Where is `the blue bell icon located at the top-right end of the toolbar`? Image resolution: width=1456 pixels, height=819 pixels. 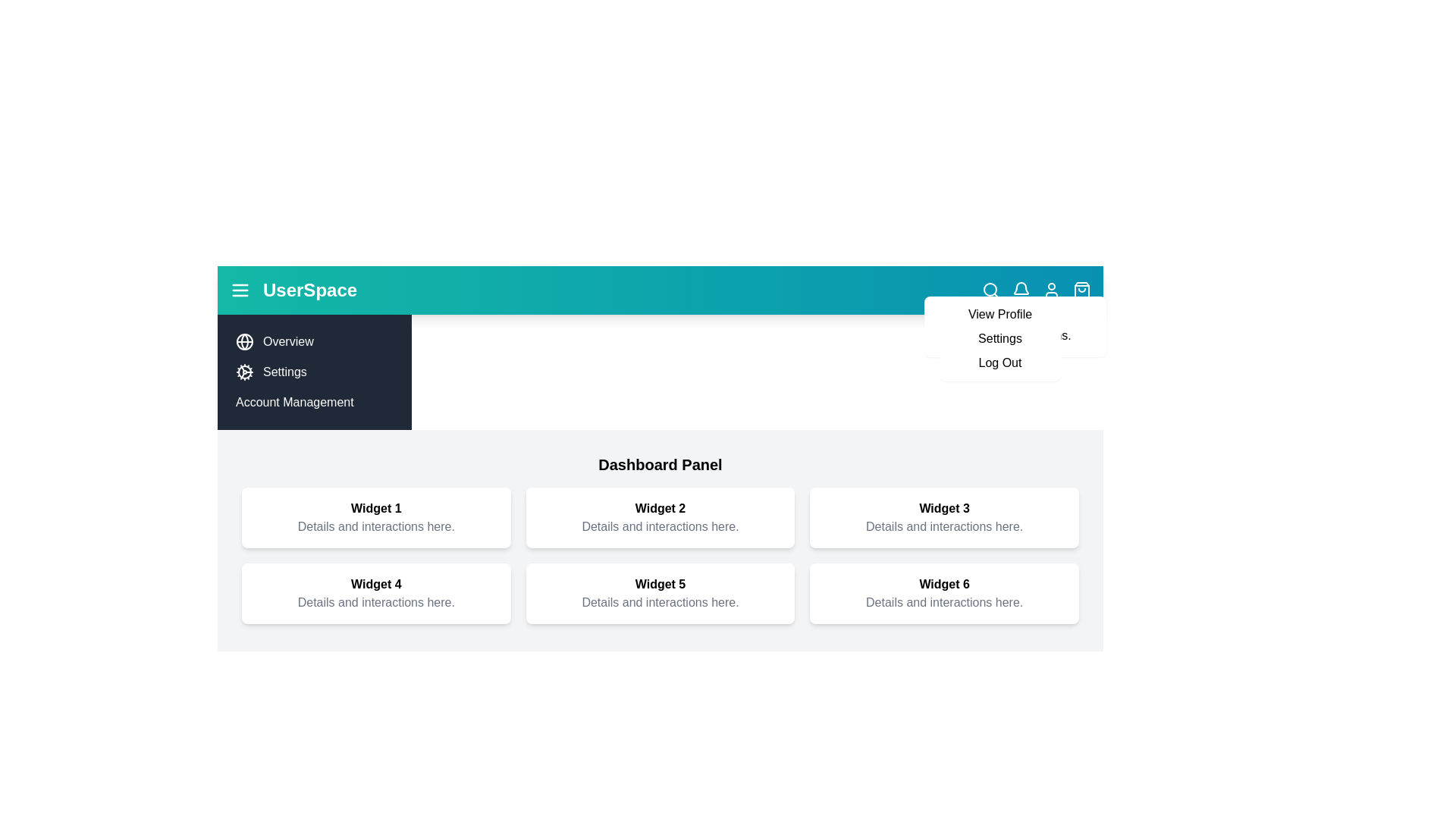 the blue bell icon located at the top-right end of the toolbar is located at coordinates (1021, 288).